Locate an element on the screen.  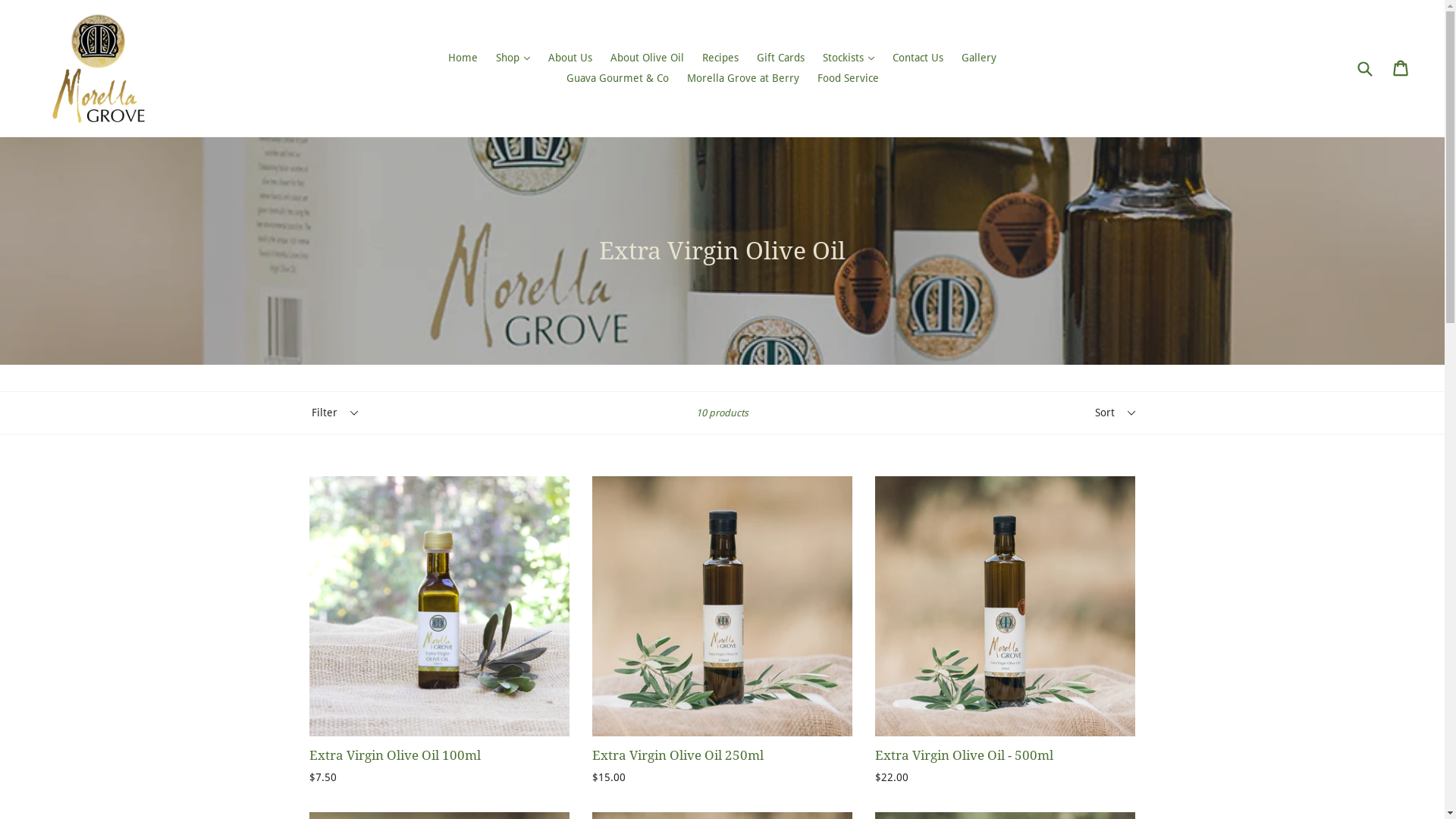
'Cart is located at coordinates (1401, 67).